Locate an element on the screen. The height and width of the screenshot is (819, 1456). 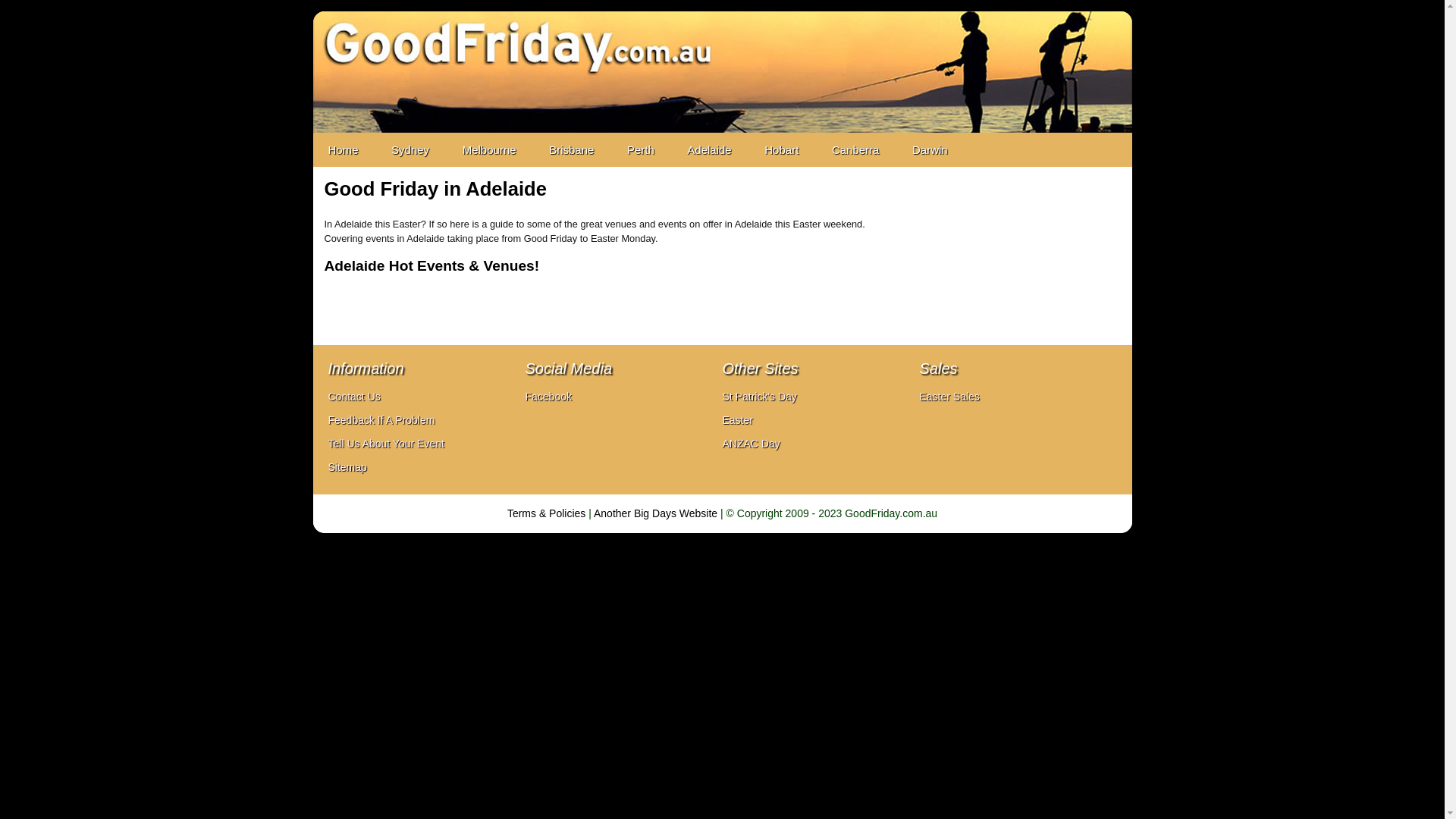
'Facebook' is located at coordinates (547, 396).